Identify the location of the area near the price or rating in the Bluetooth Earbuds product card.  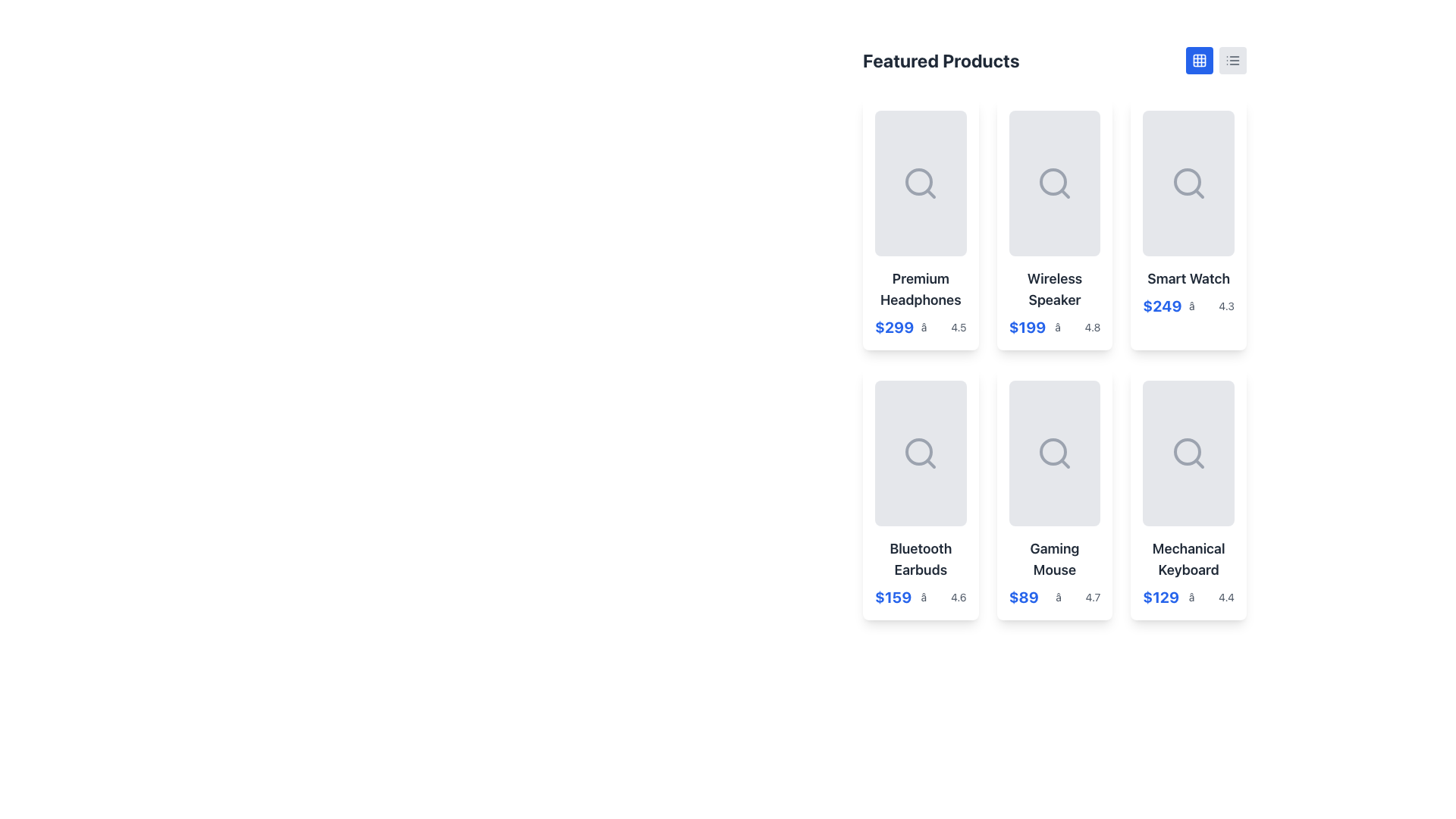
(920, 596).